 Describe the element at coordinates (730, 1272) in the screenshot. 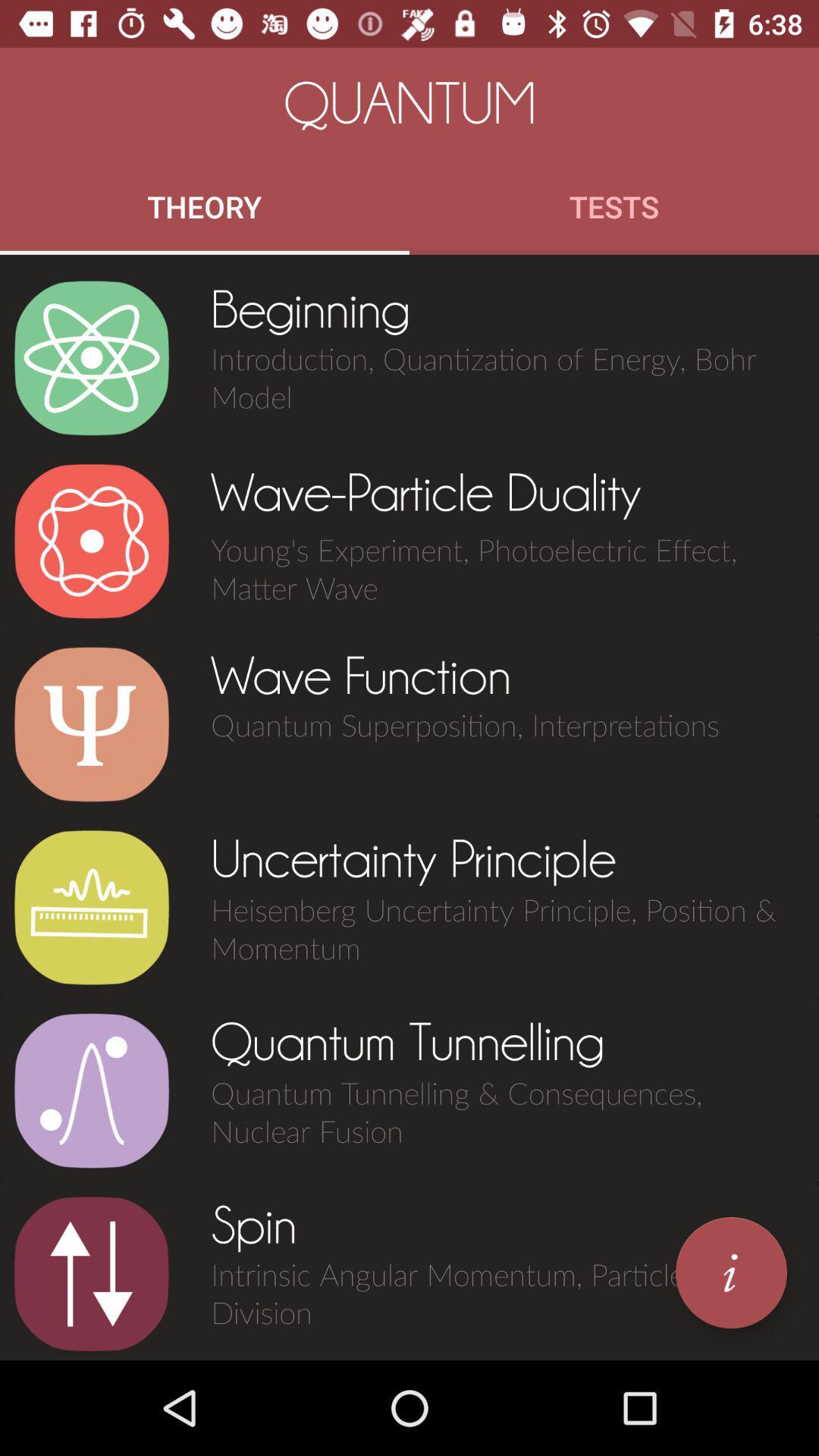

I see `icon next to spin` at that location.